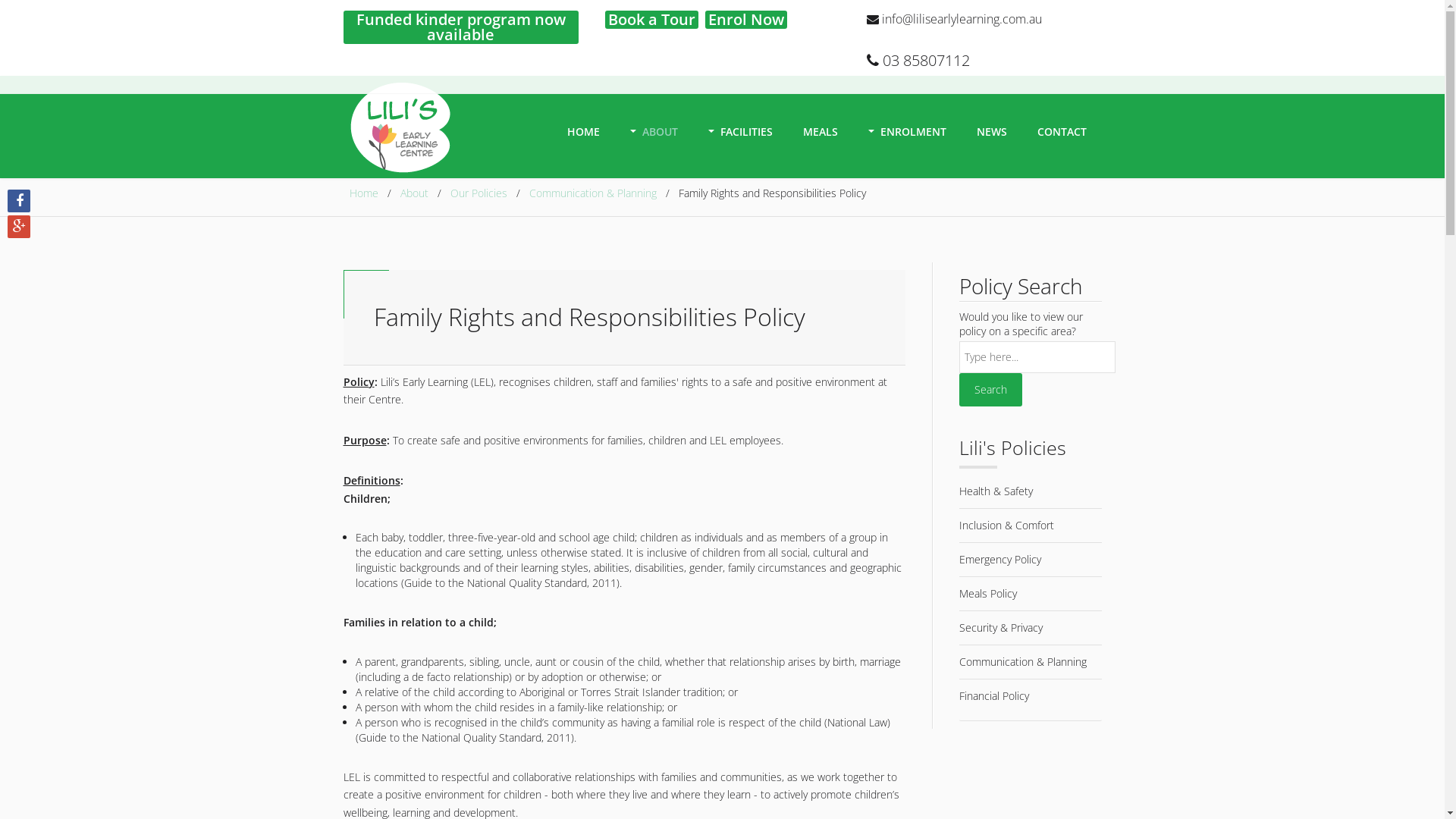  What do you see at coordinates (960, 127) in the screenshot?
I see `'NEWS'` at bounding box center [960, 127].